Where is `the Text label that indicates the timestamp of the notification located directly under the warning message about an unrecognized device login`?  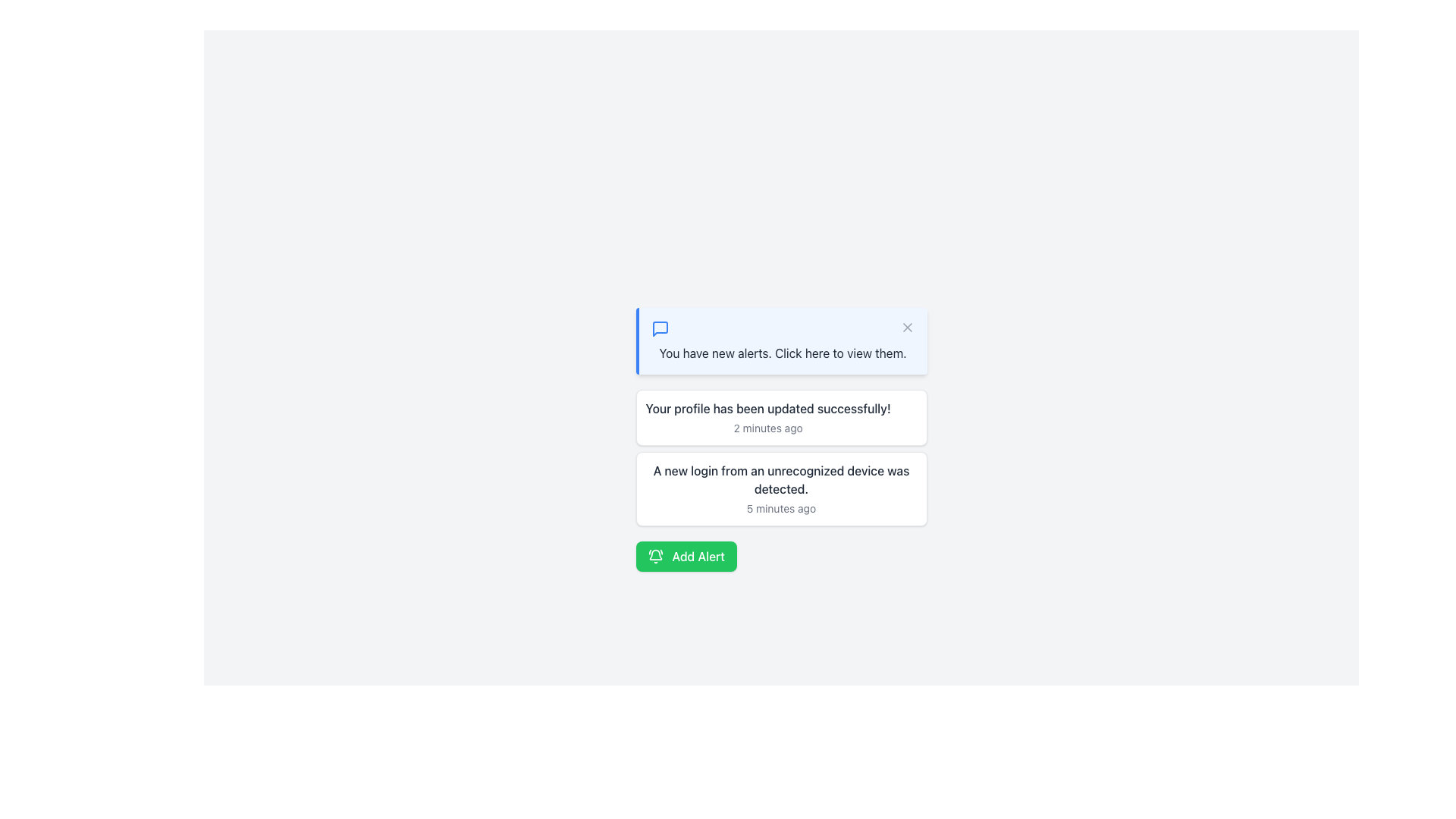
the Text label that indicates the timestamp of the notification located directly under the warning message about an unrecognized device login is located at coordinates (781, 509).